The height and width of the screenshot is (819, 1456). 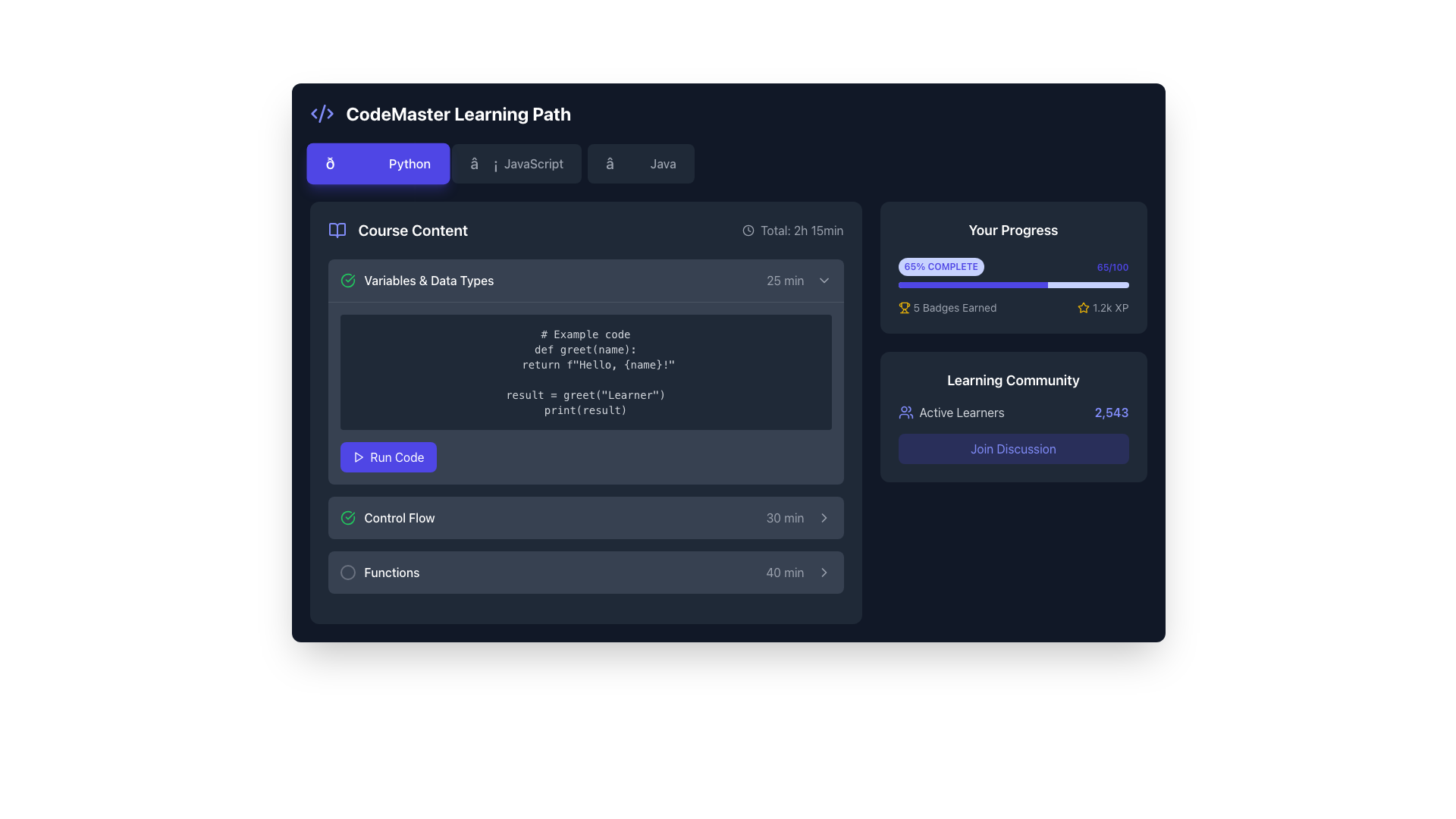 What do you see at coordinates (397, 231) in the screenshot?
I see `the section heading element located in the top-left section of the main course layout, which includes an icon and text, positioned to the left of the 'Total: 2h 15min' text` at bounding box center [397, 231].